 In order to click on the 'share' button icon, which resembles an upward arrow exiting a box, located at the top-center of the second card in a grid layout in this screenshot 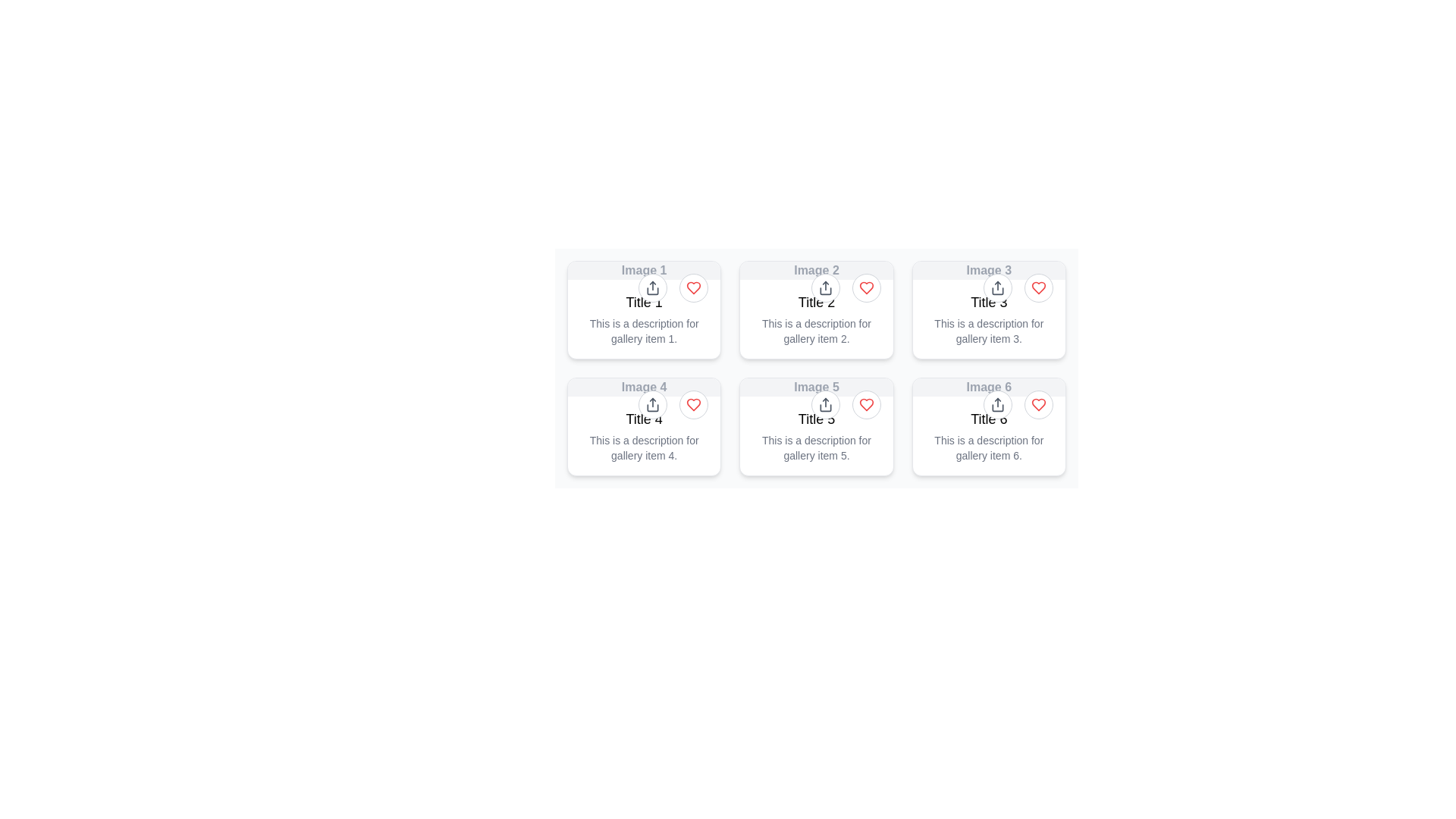, I will do `click(824, 288)`.